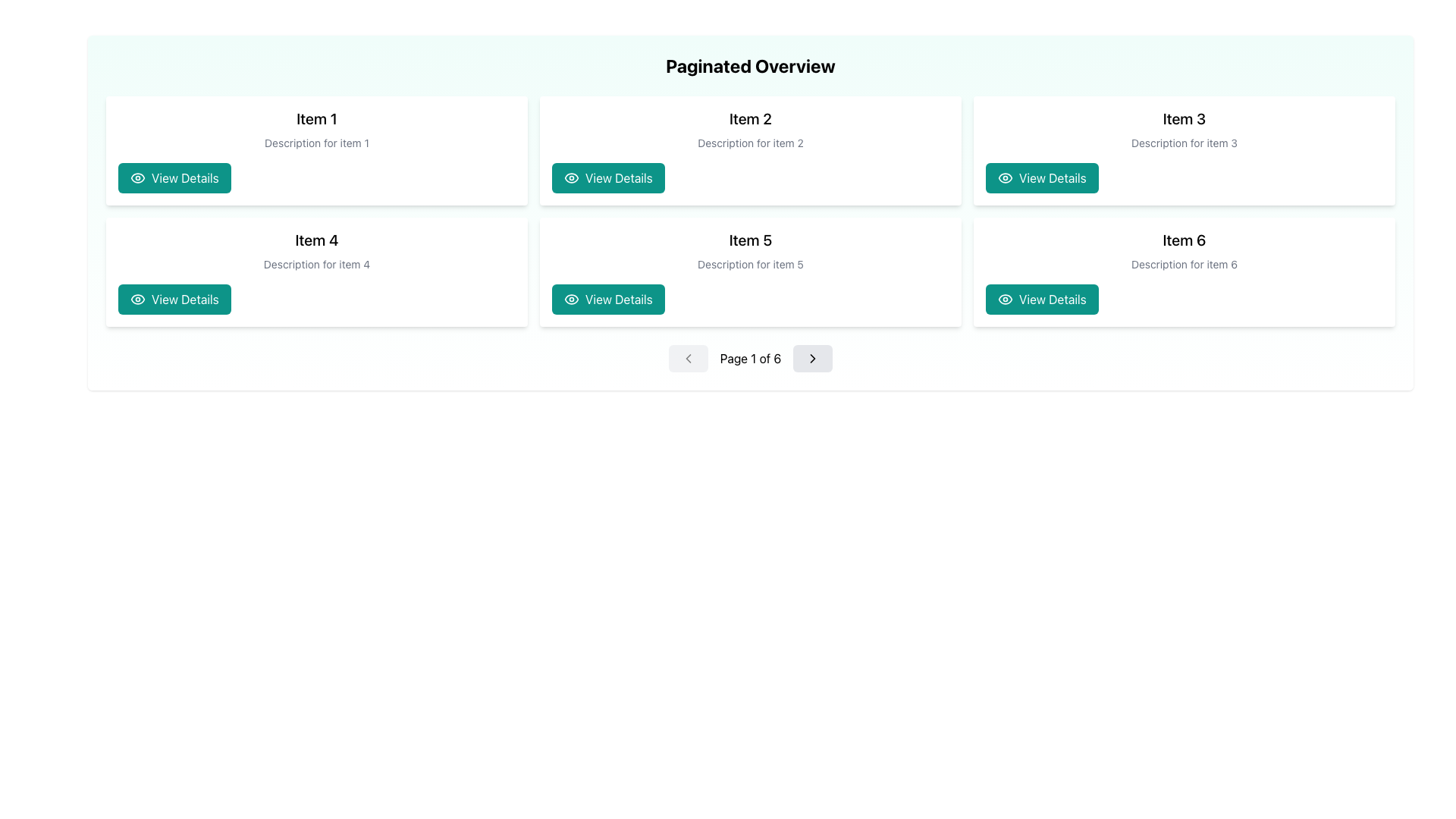 This screenshot has width=1456, height=819. What do you see at coordinates (1052, 177) in the screenshot?
I see `the 'View Details' text label within the button for 'Item 3'` at bounding box center [1052, 177].